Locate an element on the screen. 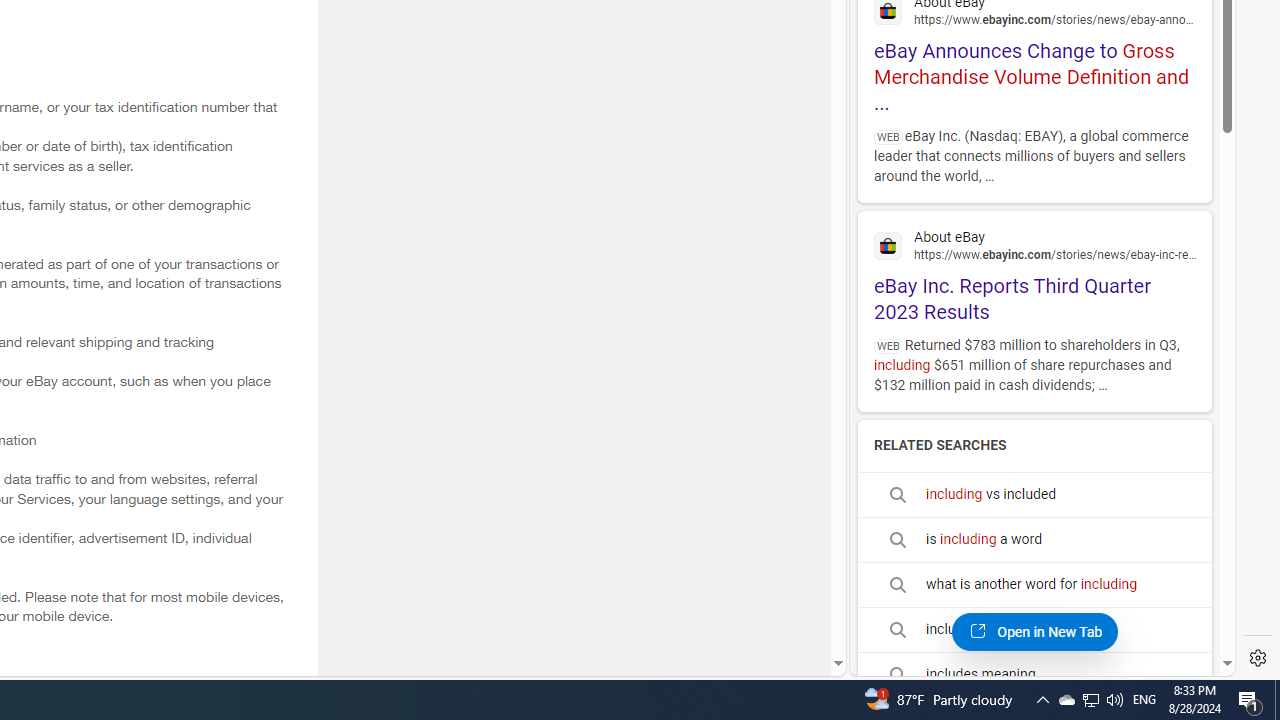 Image resolution: width=1280 pixels, height=720 pixels. 'includes synonym' is located at coordinates (1034, 628).